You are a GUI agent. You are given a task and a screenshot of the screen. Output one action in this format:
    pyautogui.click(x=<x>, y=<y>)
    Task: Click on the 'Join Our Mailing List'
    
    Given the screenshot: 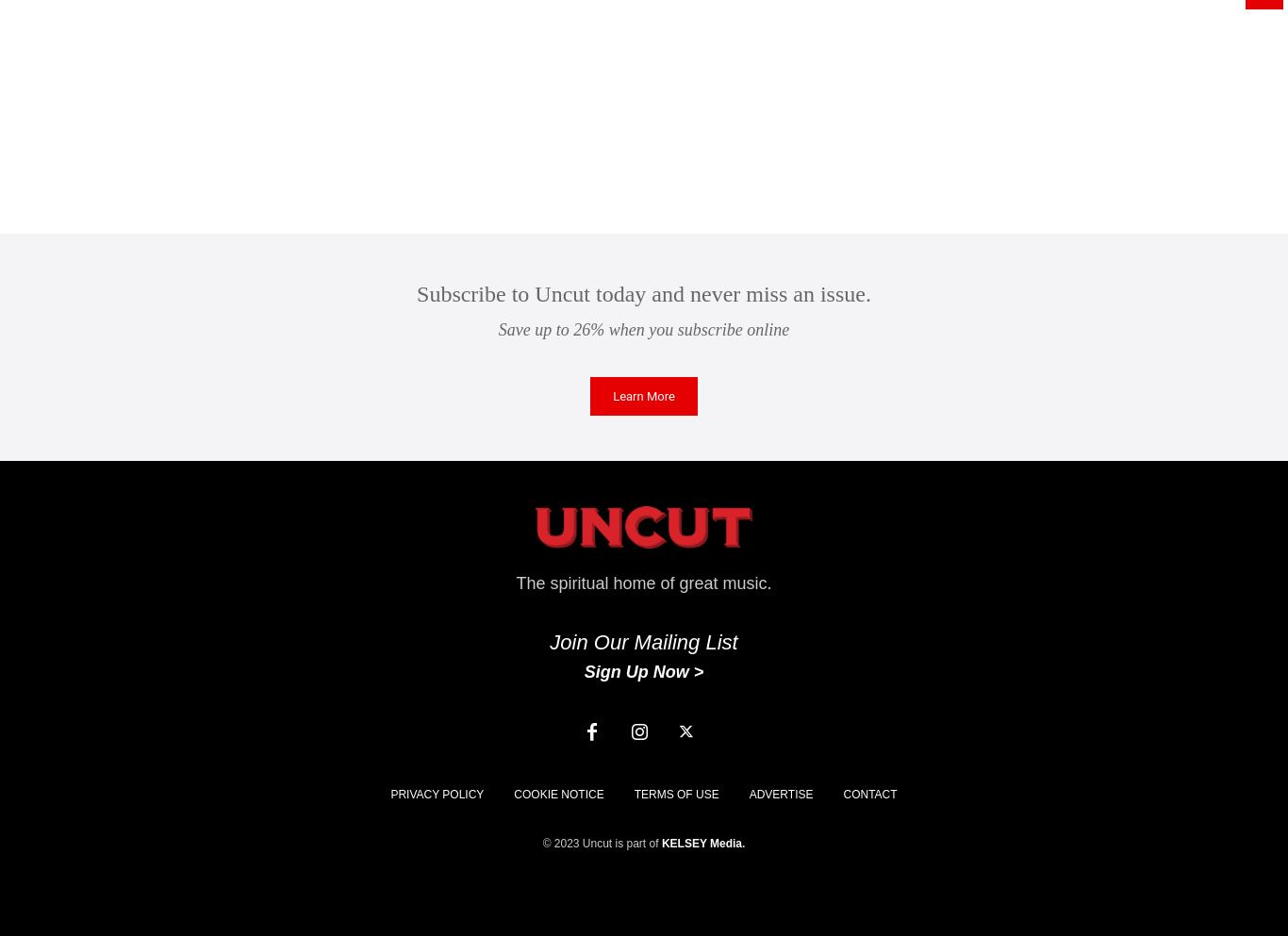 What is the action you would take?
    pyautogui.click(x=642, y=642)
    